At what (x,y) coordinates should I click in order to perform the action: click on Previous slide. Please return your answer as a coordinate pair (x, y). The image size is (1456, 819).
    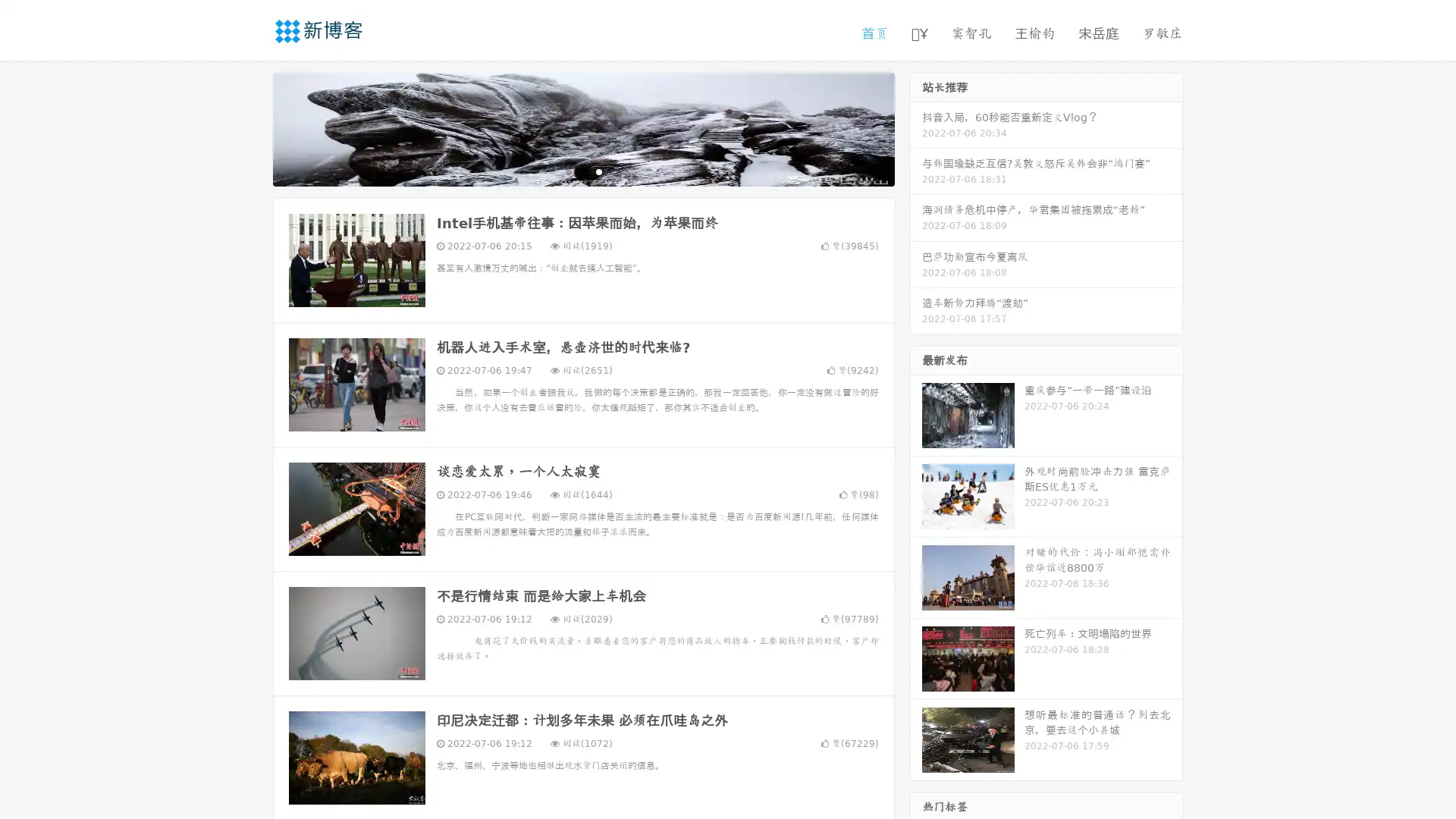
    Looking at the image, I should click on (250, 127).